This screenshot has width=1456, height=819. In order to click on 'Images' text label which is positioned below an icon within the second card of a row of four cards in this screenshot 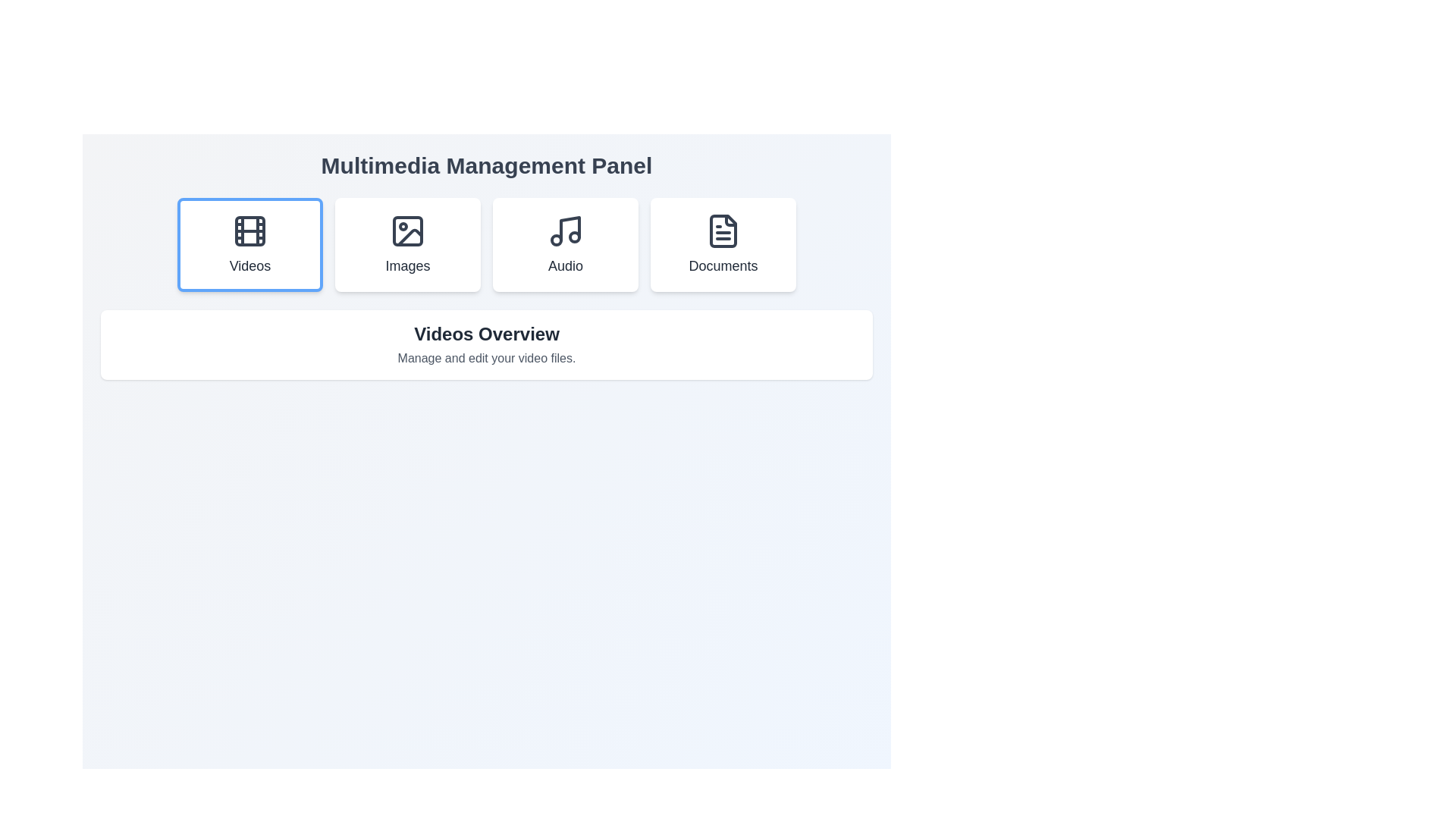, I will do `click(407, 265)`.